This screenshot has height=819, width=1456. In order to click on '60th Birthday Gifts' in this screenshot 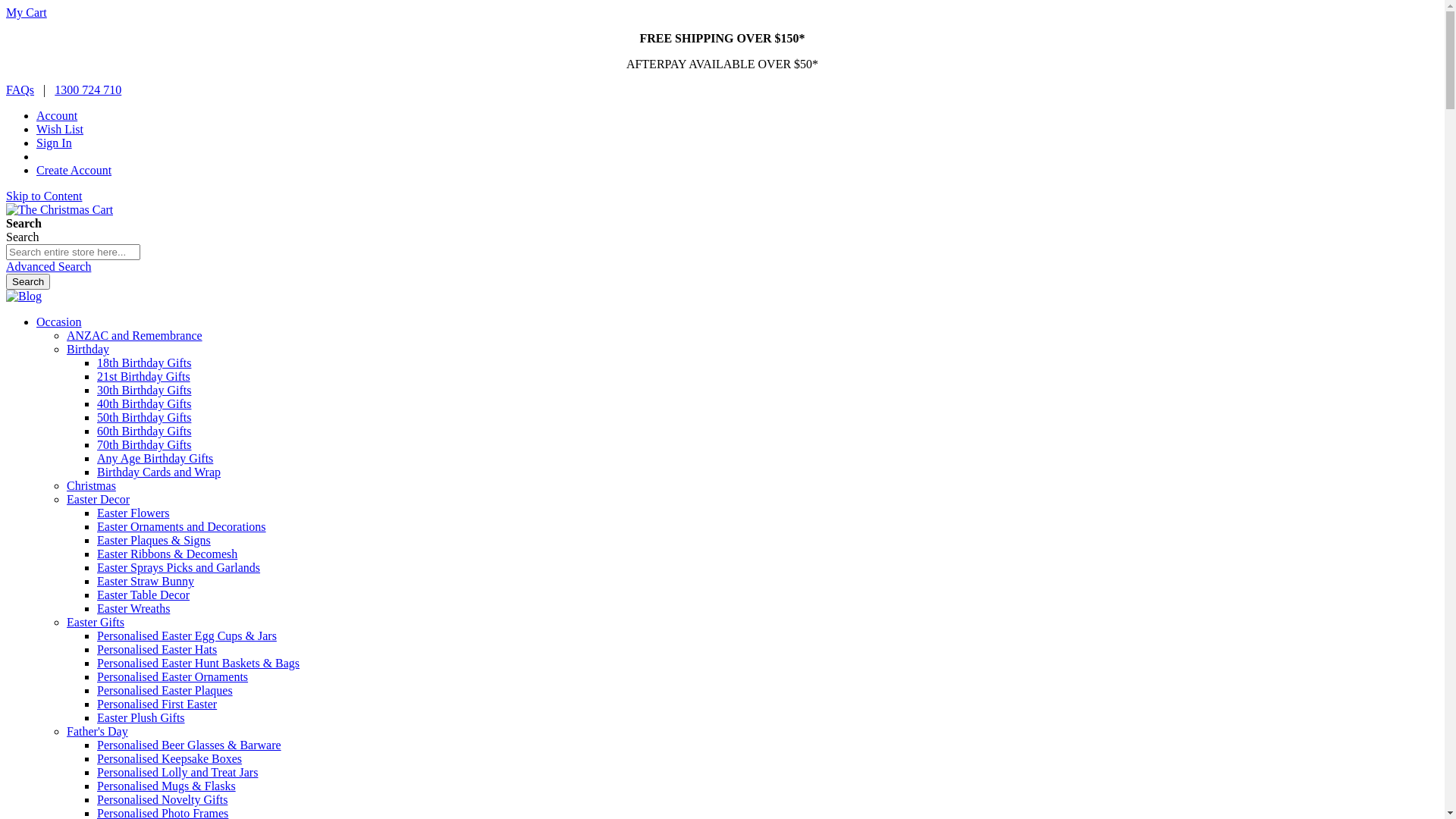, I will do `click(96, 431)`.